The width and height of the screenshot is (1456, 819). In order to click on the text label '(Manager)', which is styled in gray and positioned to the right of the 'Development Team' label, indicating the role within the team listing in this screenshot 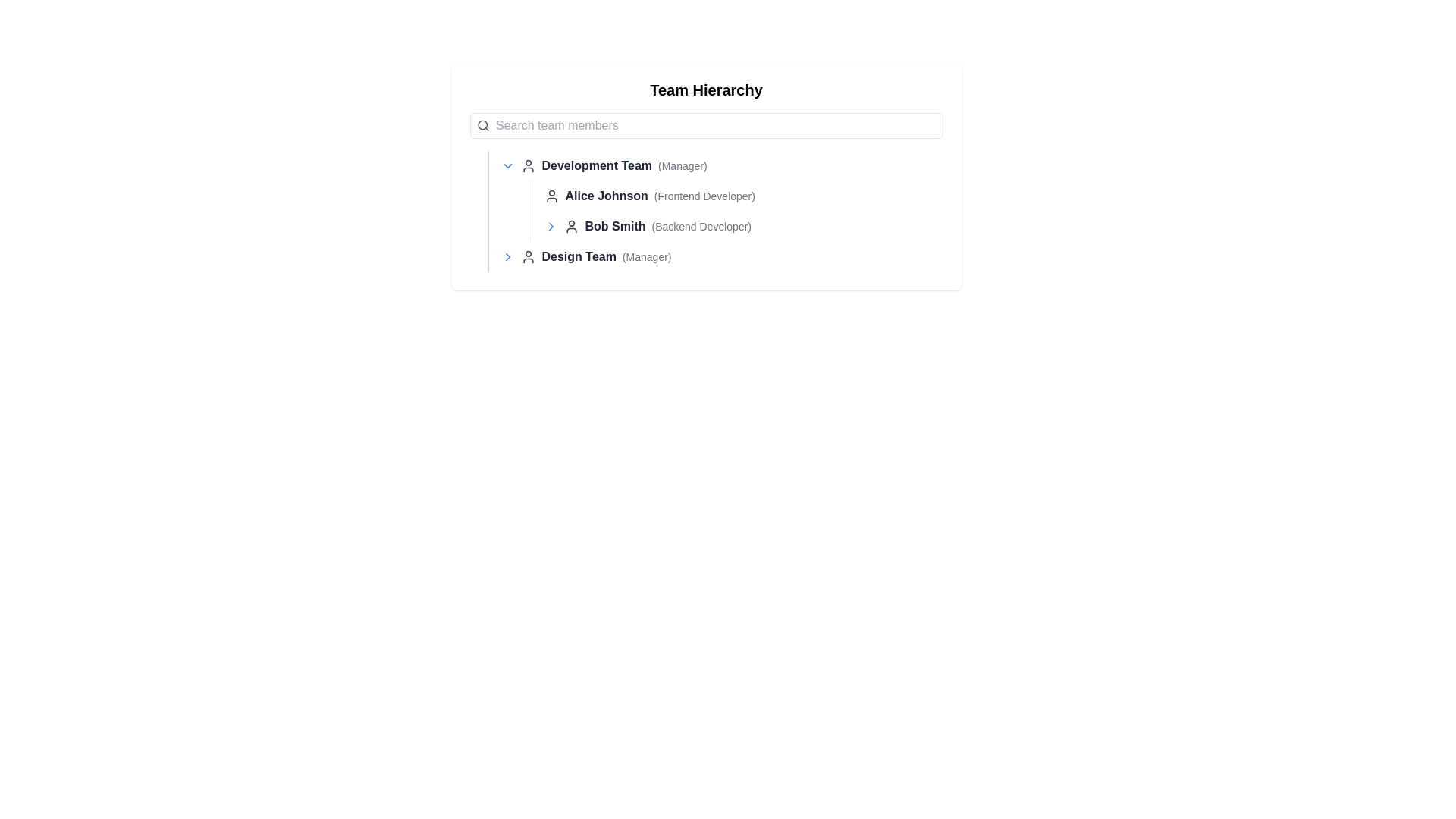, I will do `click(682, 166)`.